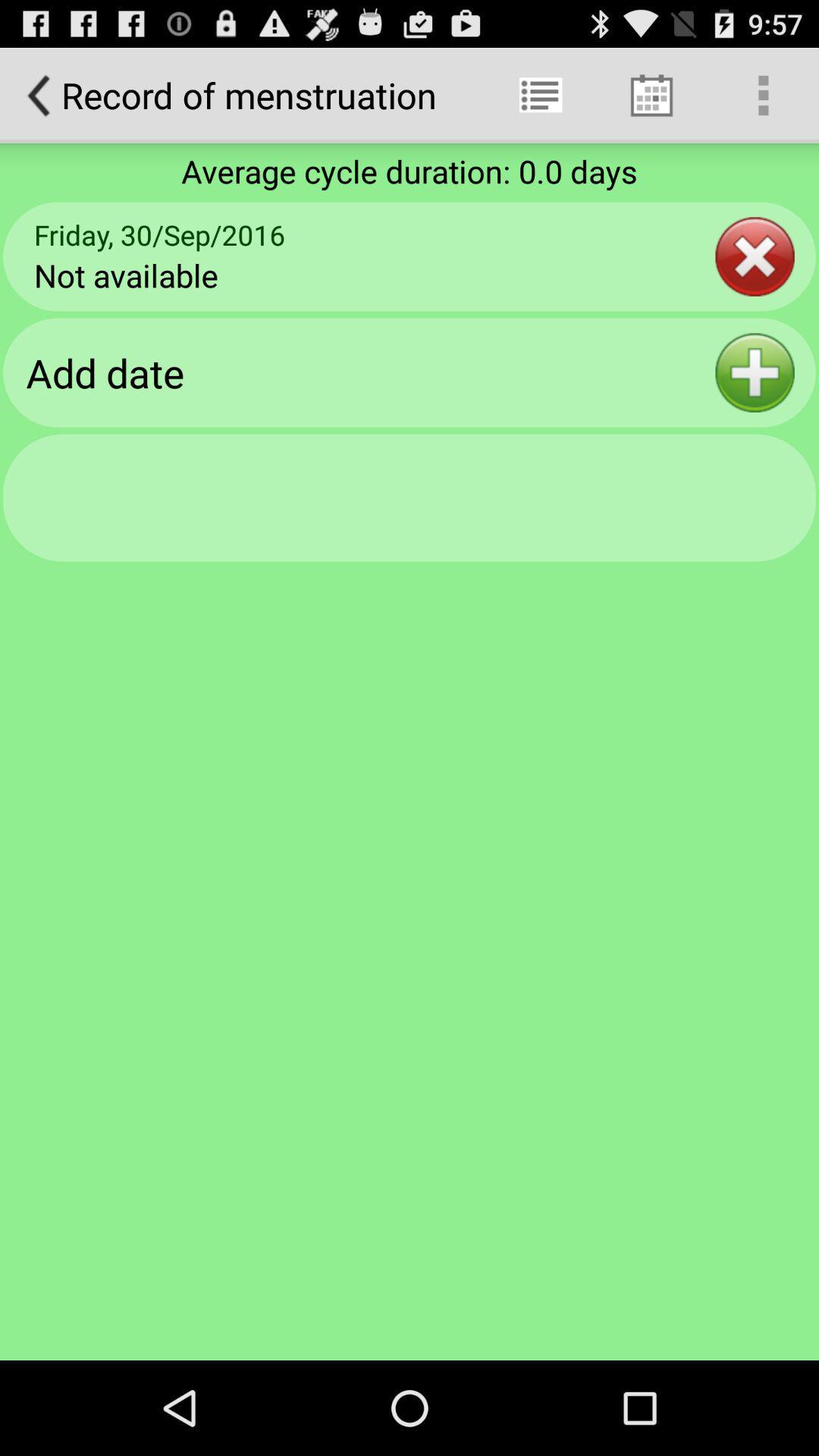 The height and width of the screenshot is (1456, 819). Describe the element at coordinates (755, 372) in the screenshot. I see `button` at that location.